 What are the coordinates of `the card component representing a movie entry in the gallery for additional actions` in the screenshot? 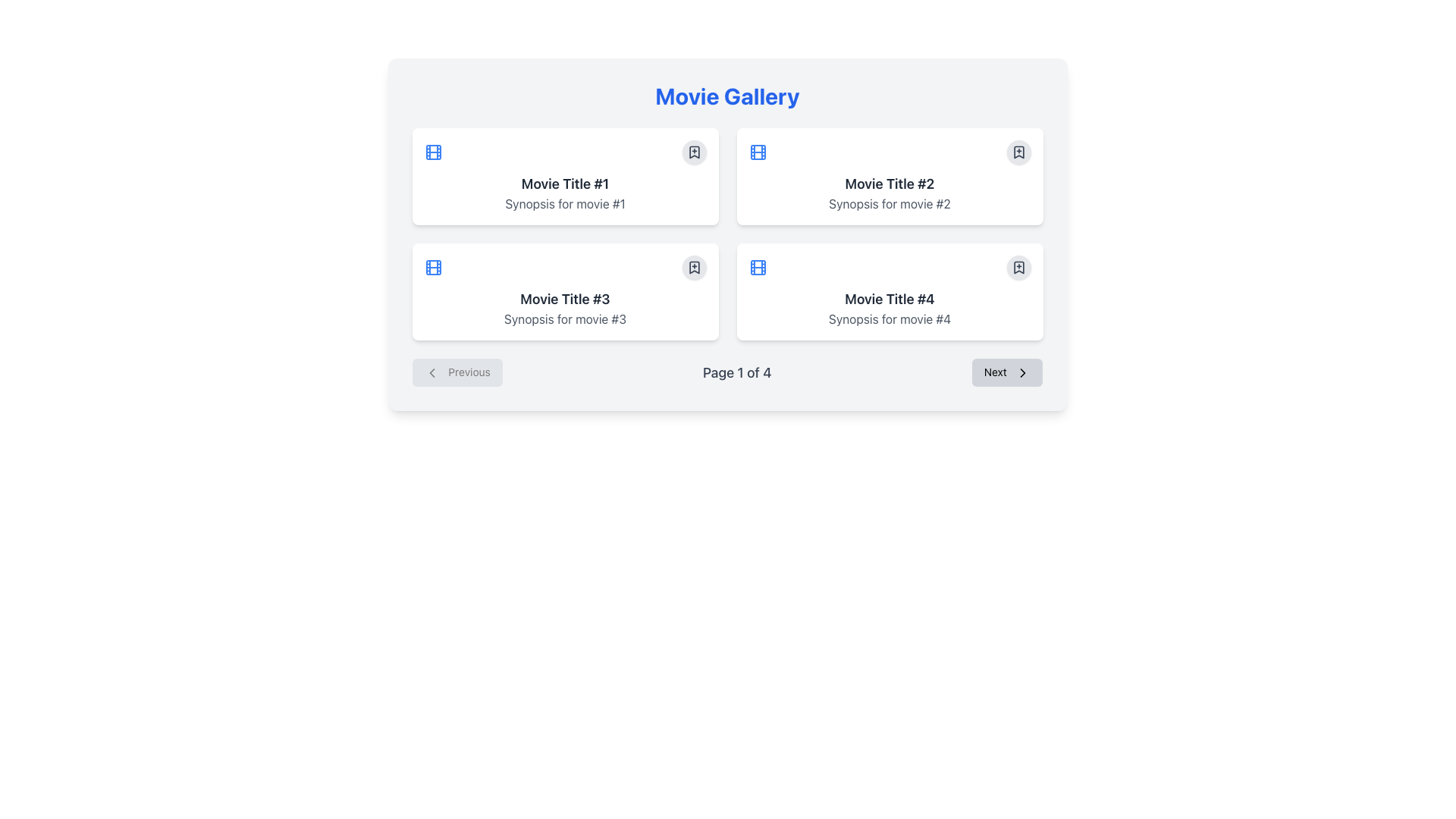 It's located at (564, 292).